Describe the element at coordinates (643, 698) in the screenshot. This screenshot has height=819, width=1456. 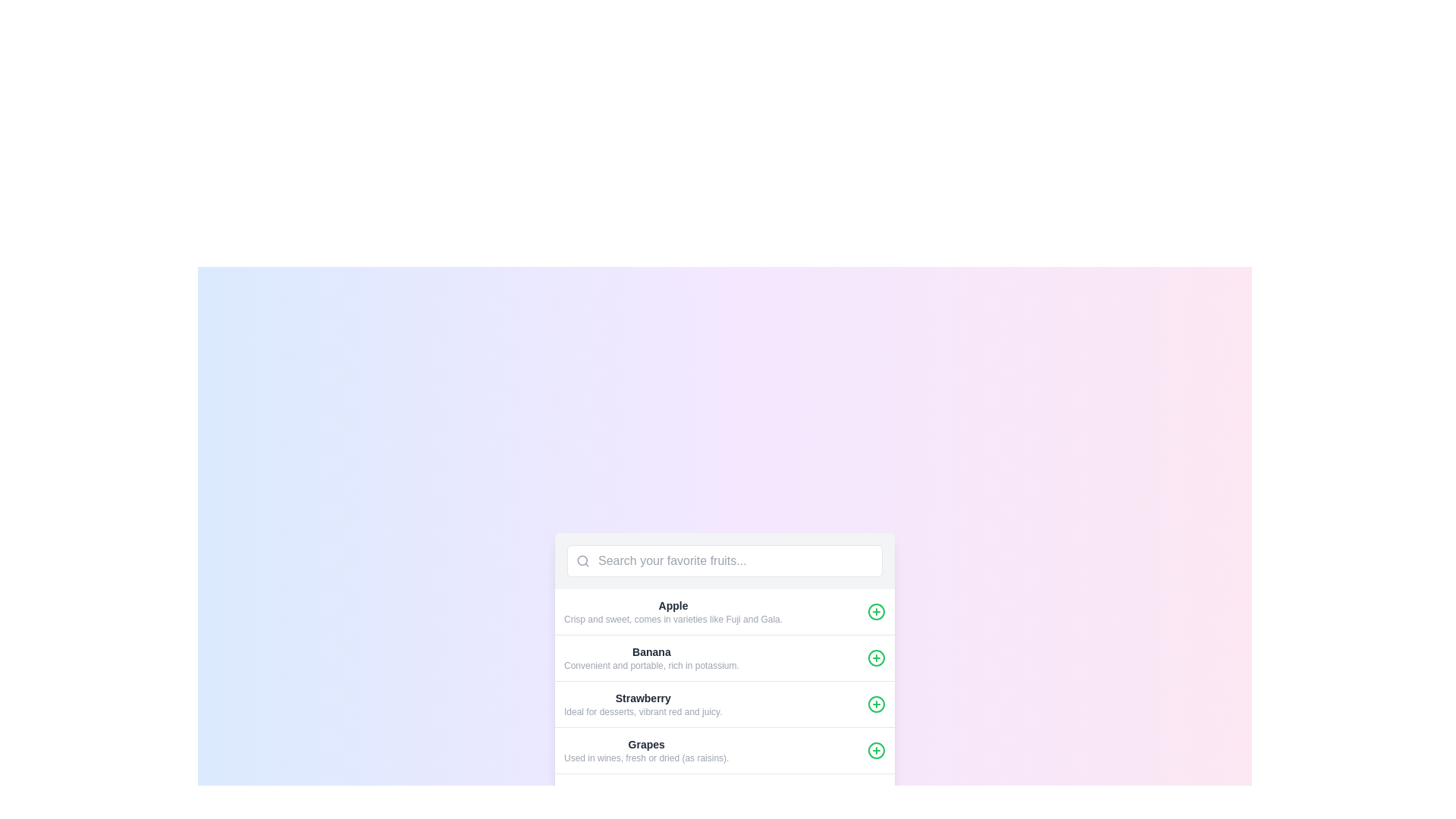
I see `the text element displaying 'Strawberry', which is styled in bold and text-gray-800, located above a descriptive text in a scrollable list interface` at that location.